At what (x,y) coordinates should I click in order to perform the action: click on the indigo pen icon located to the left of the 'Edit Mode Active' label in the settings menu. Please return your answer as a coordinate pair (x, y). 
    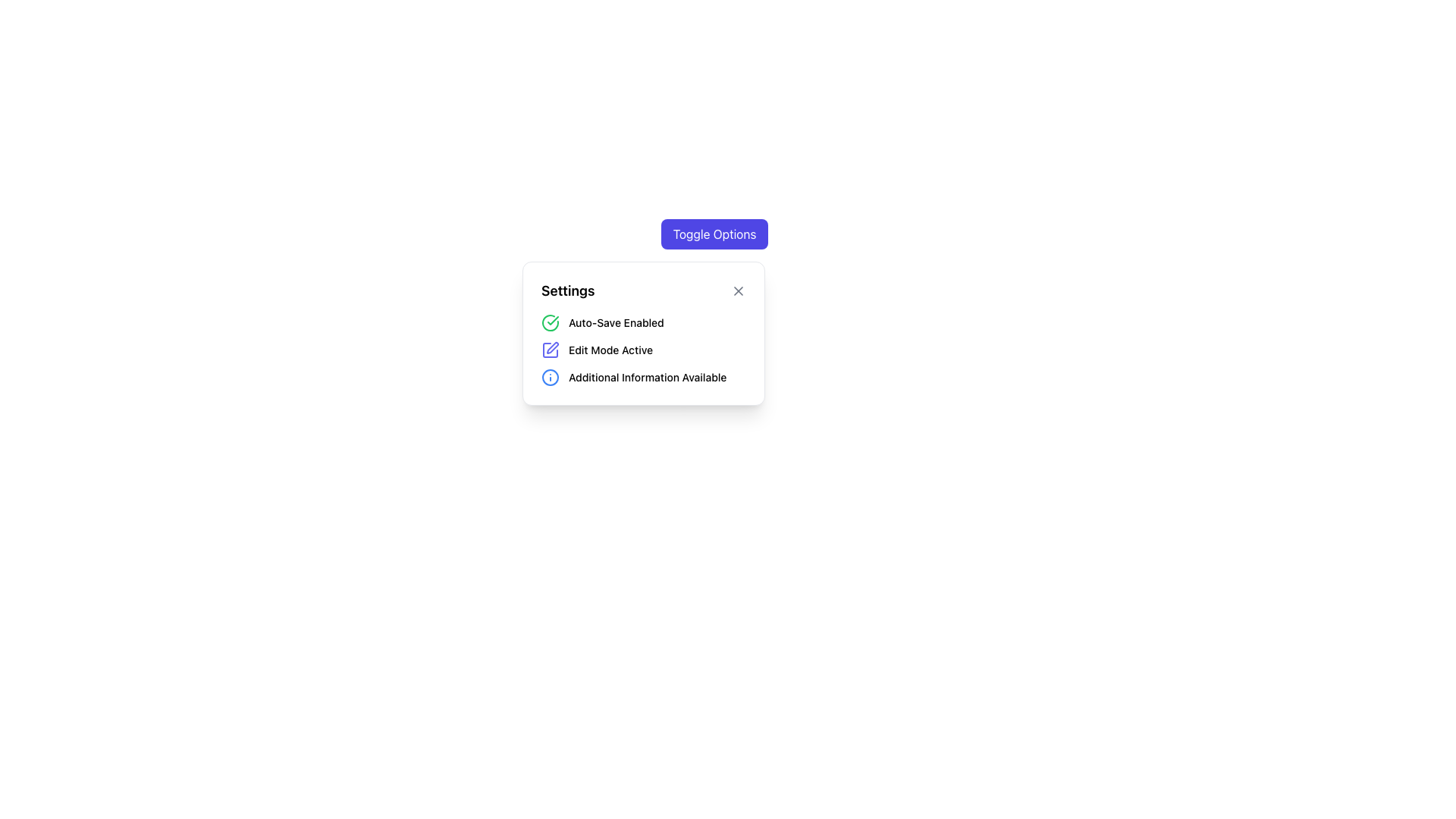
    Looking at the image, I should click on (549, 350).